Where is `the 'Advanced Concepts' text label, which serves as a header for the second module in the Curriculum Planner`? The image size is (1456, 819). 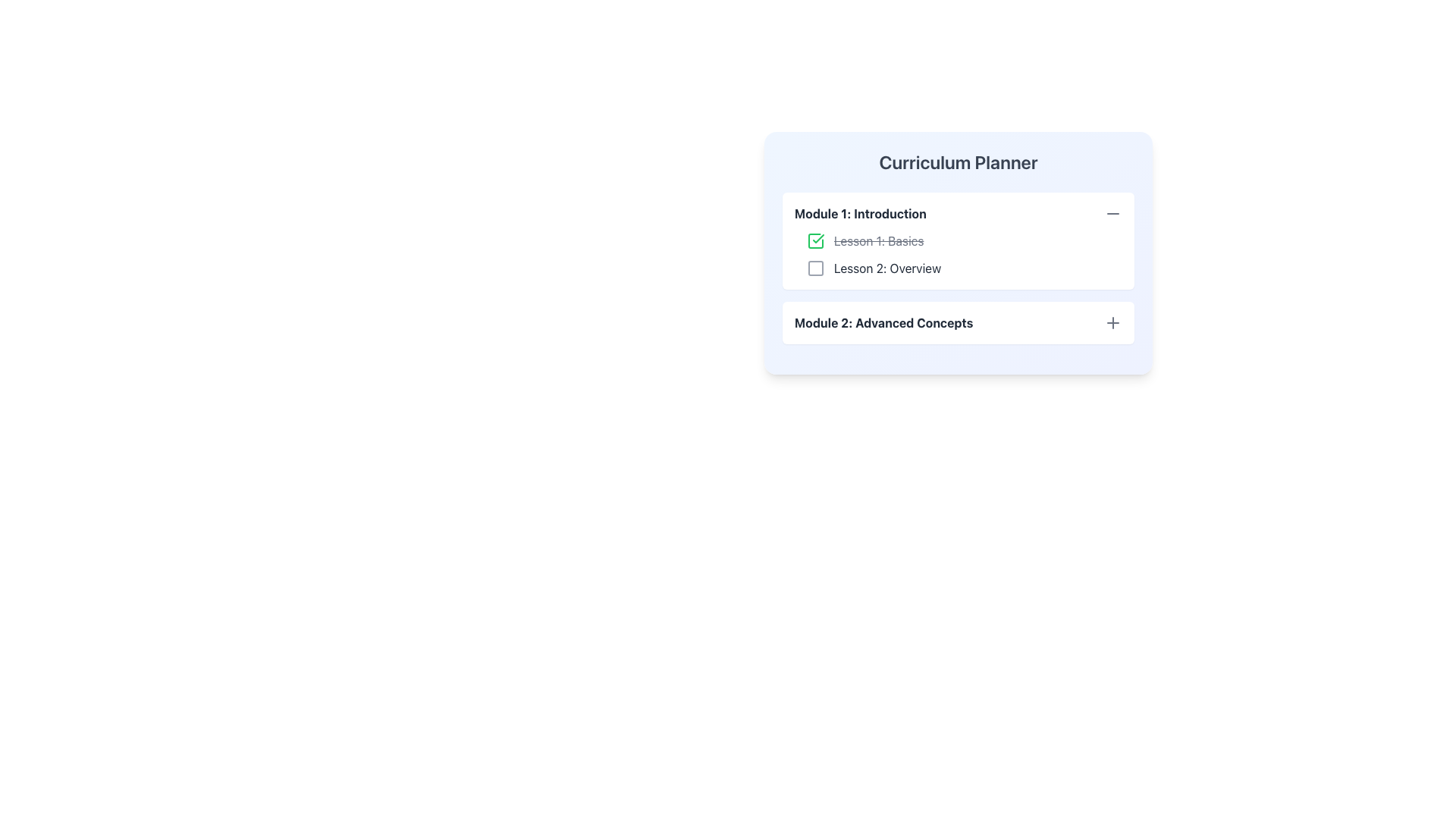 the 'Advanced Concepts' text label, which serves as a header for the second module in the Curriculum Planner is located at coordinates (883, 322).